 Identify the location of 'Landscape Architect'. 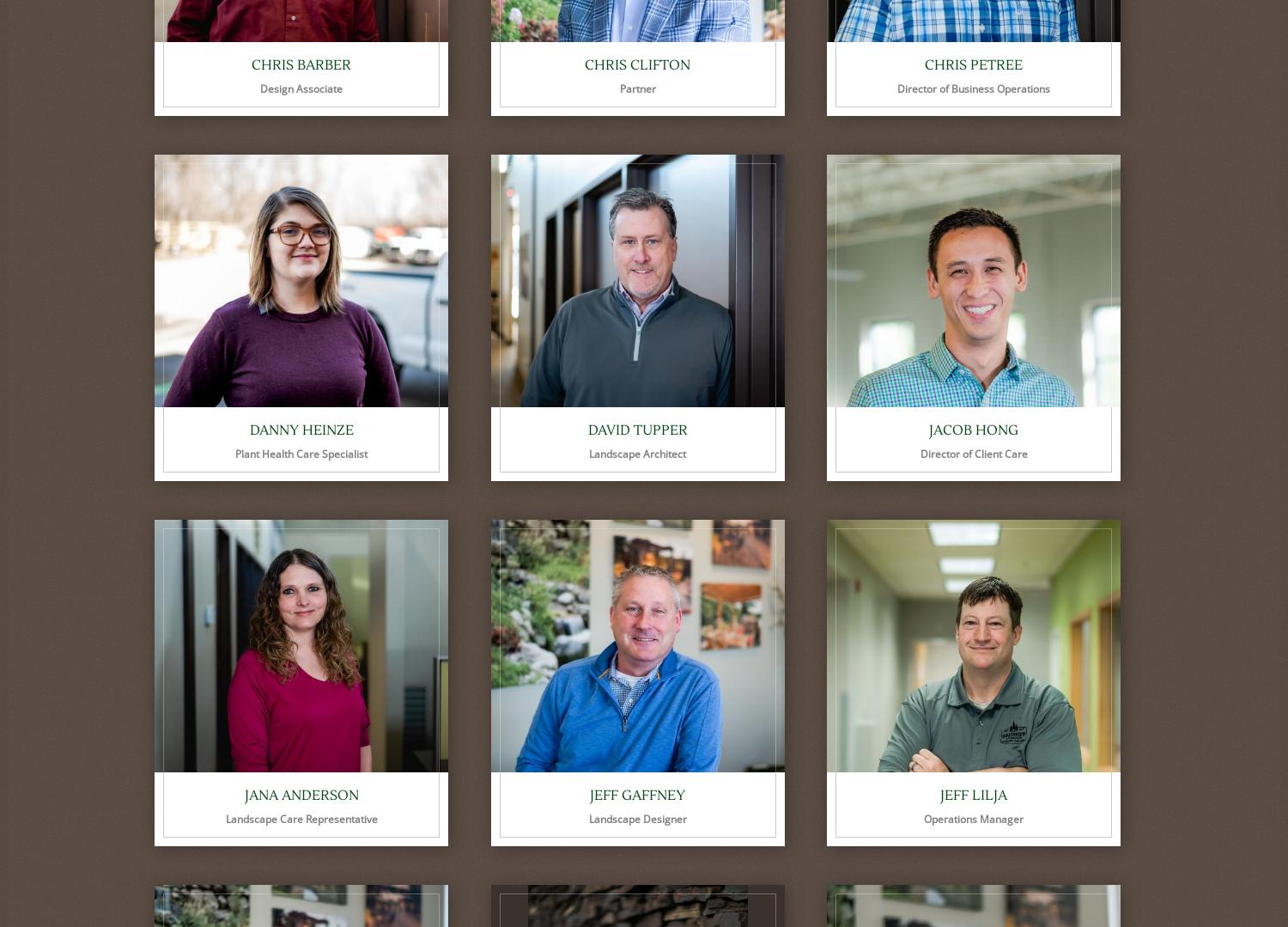
(636, 454).